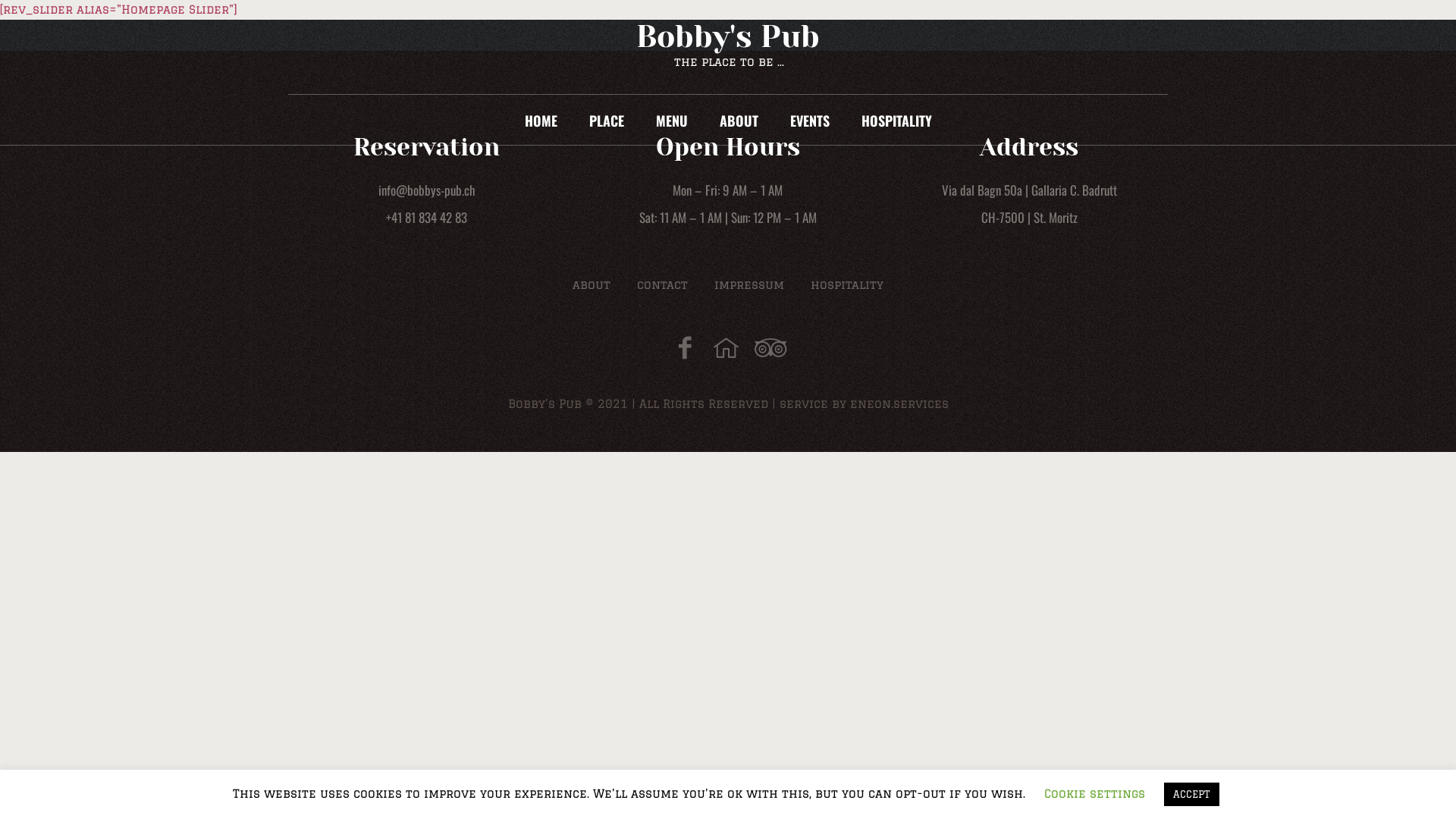  Describe the element at coordinates (767, 347) in the screenshot. I see `'tripadvisor'` at that location.